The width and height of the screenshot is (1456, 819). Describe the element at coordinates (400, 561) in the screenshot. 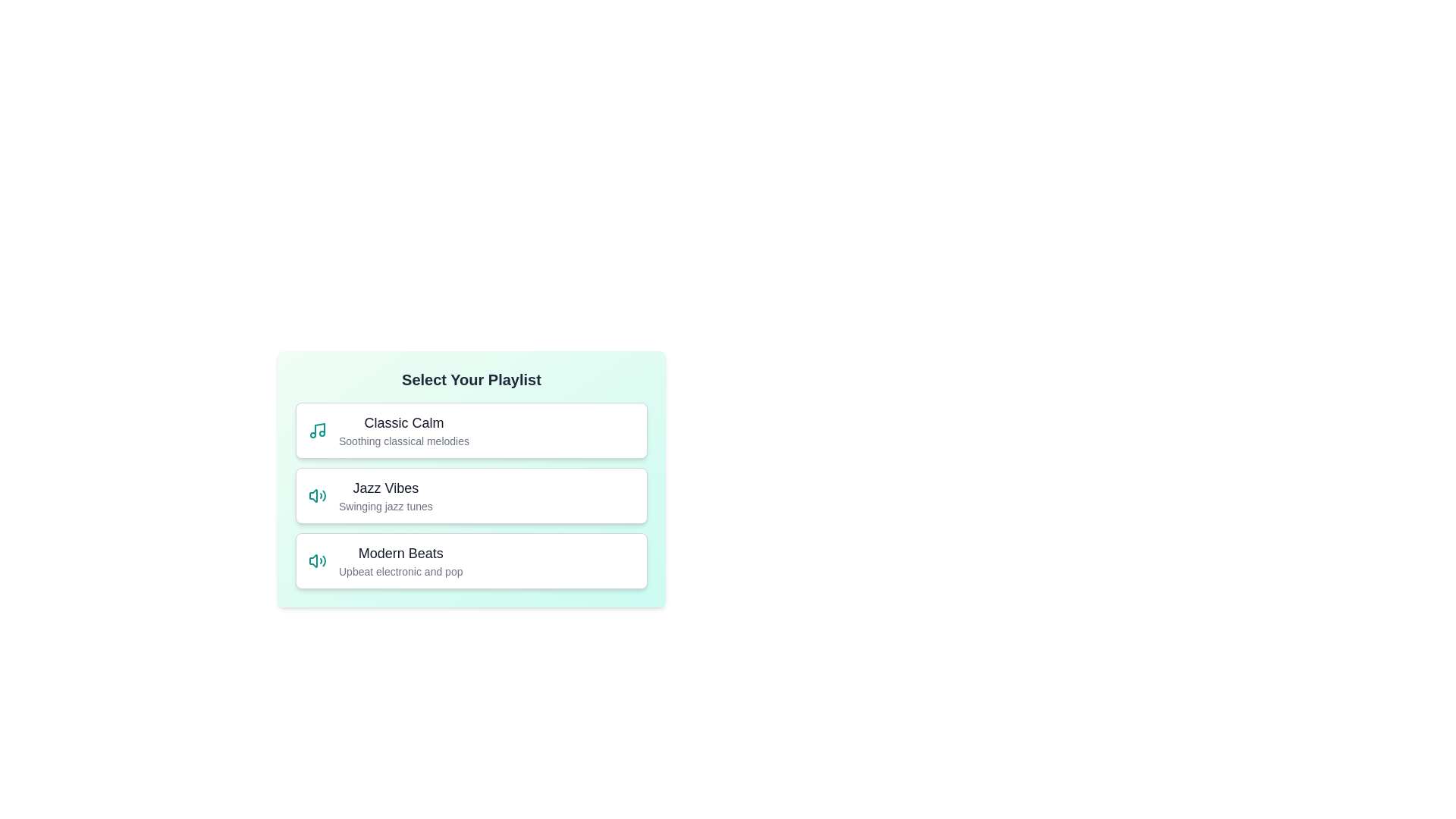

I see `the 'Modern Beats' selectable playlist option in the playlist options list, which is the last item above a blank space in a bordered card` at that location.